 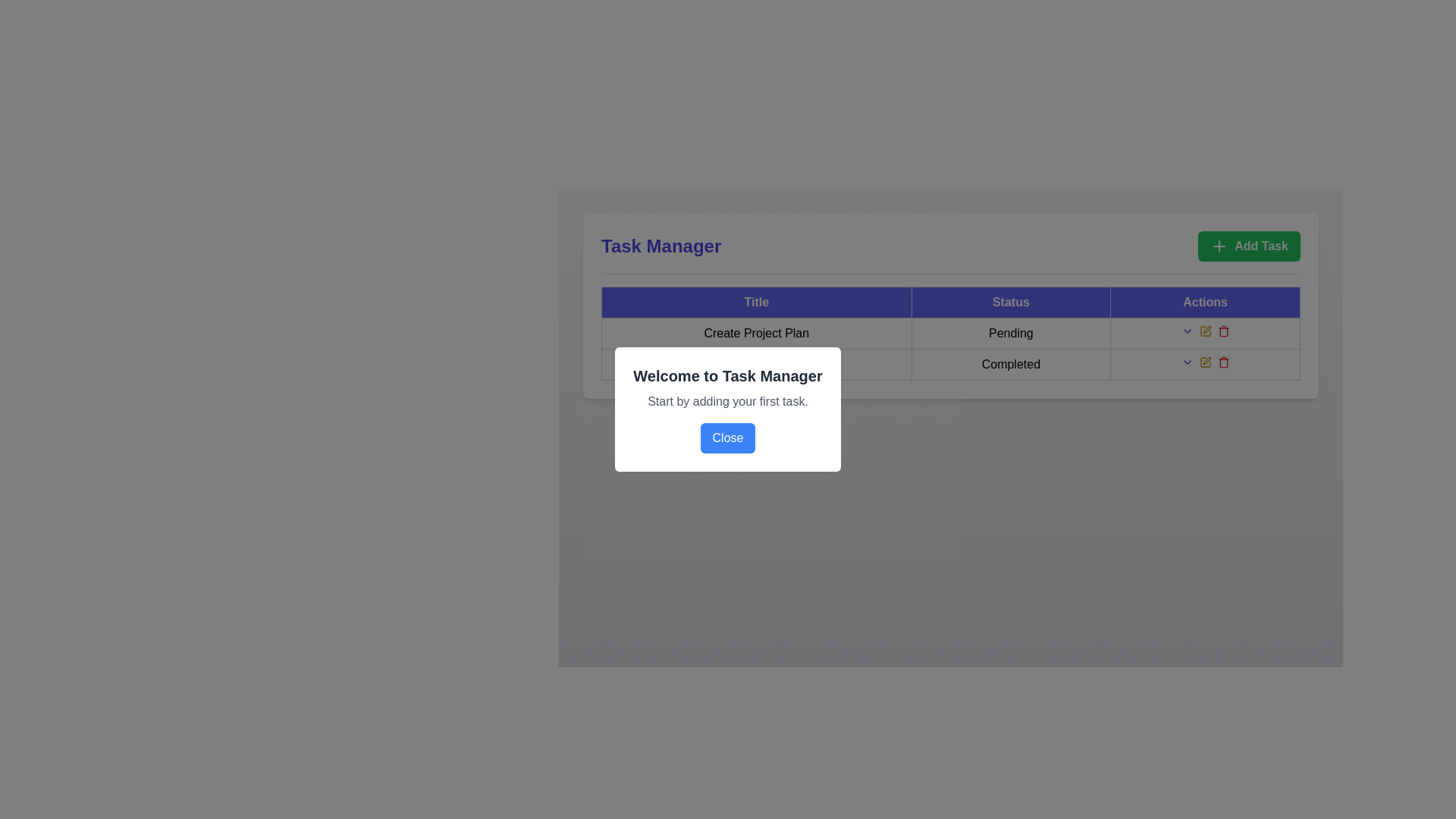 What do you see at coordinates (756, 302) in the screenshot?
I see `the TableHeaderCell labeled 'Title', which is the first column header in the Task Manager table` at bounding box center [756, 302].